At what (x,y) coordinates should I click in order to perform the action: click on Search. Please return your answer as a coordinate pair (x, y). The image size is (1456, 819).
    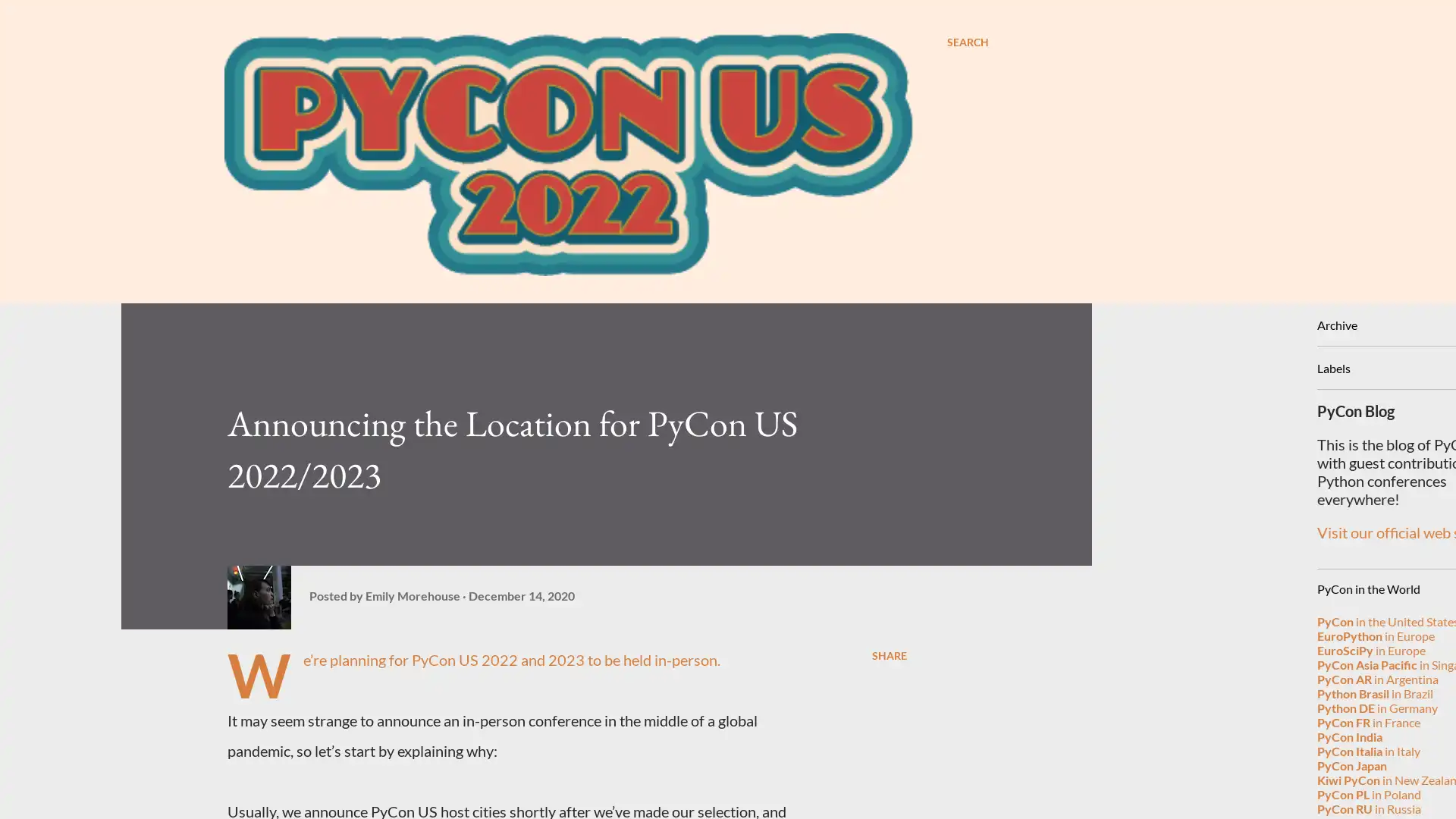
    Looking at the image, I should click on (967, 42).